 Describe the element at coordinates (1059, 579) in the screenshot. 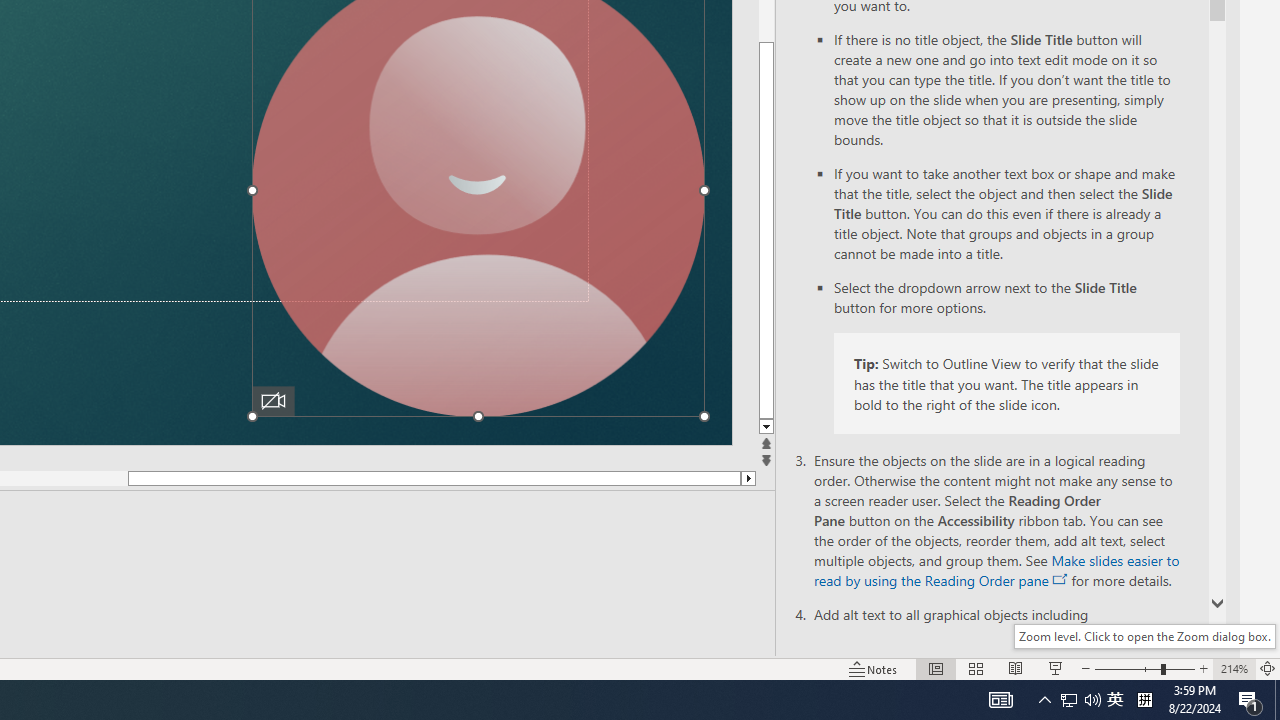

I see `'openinnewwindow'` at that location.